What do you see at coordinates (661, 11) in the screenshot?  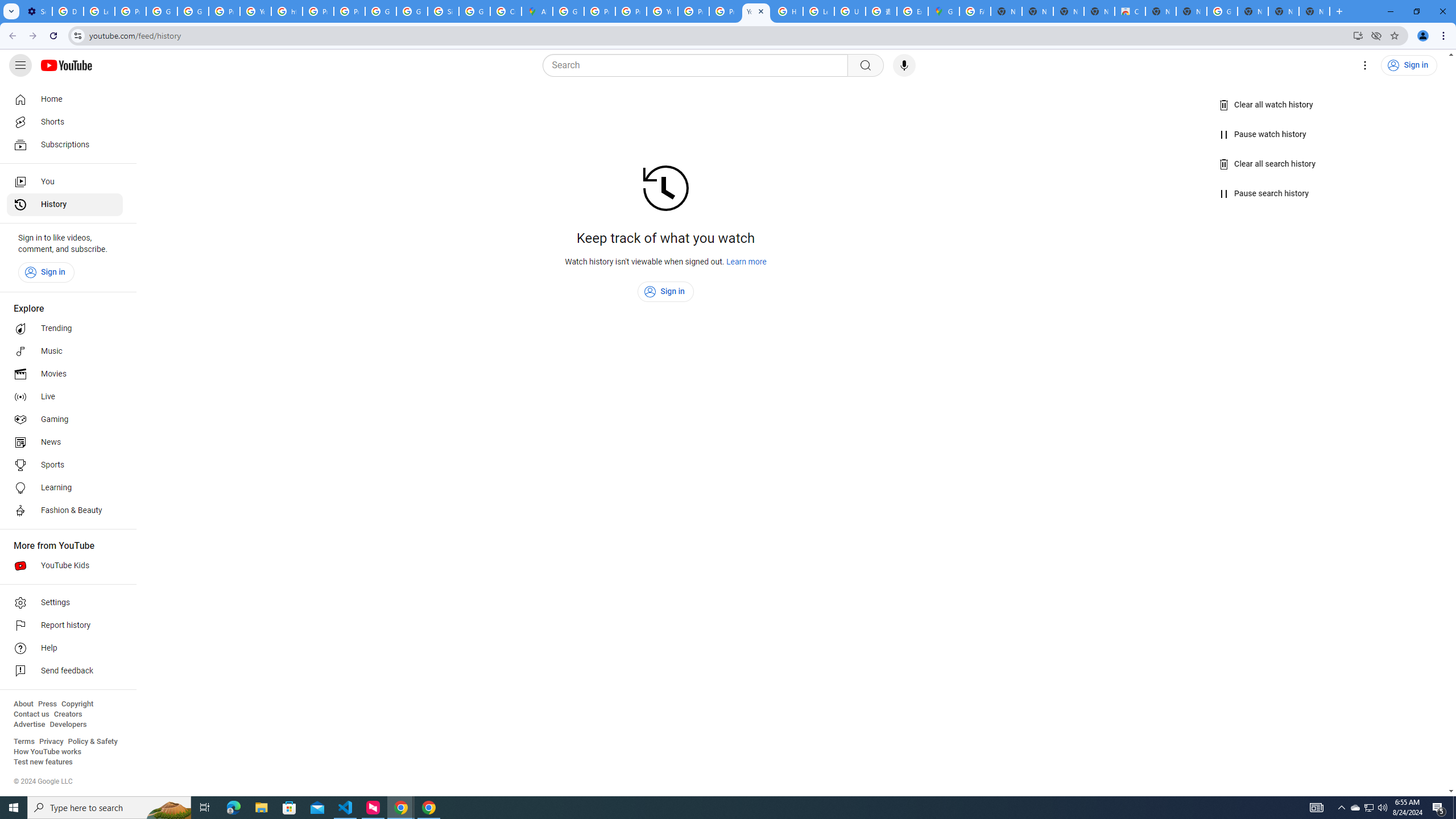 I see `'YouTube'` at bounding box center [661, 11].